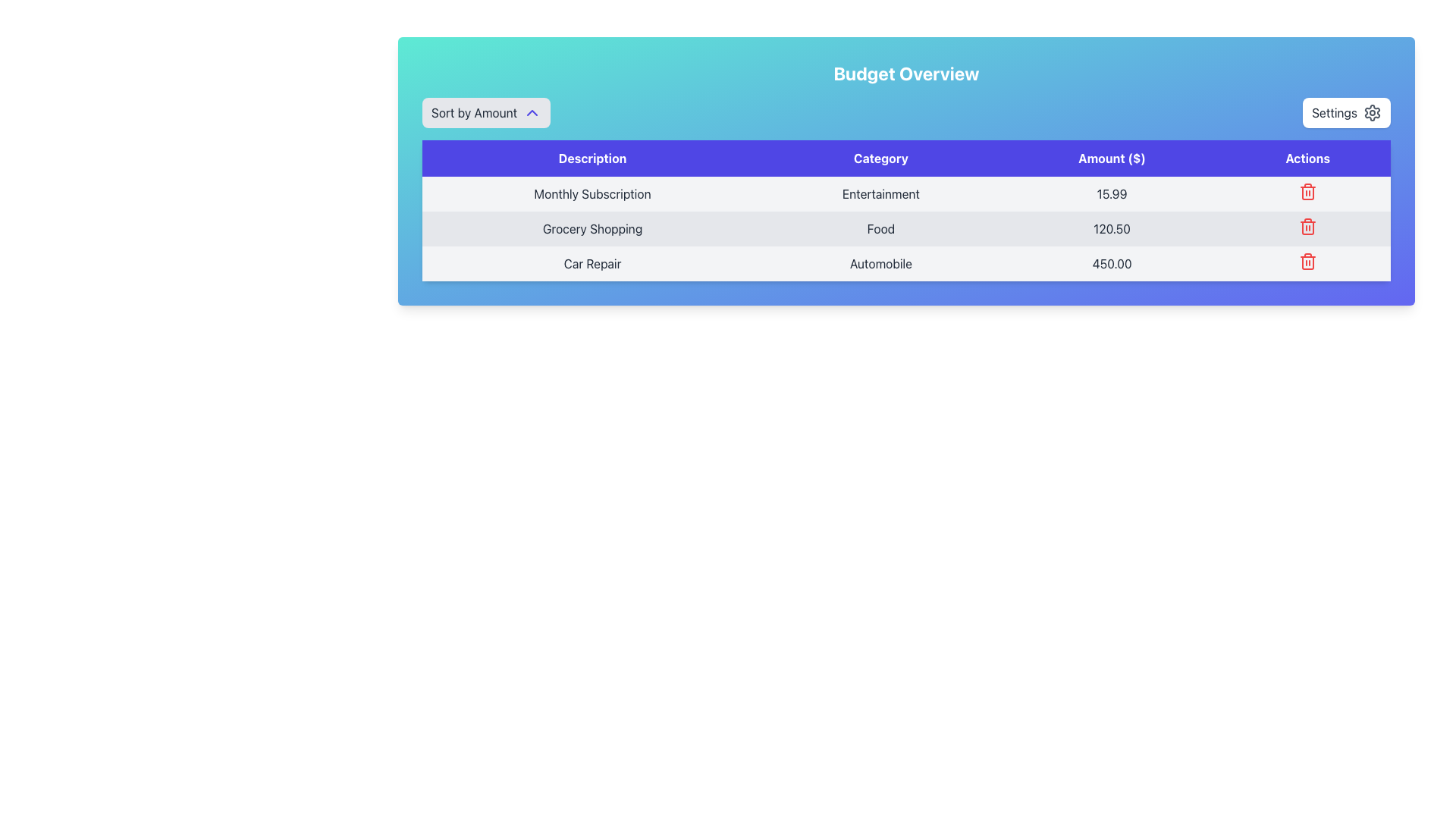  I want to click on the second row of the table displaying transaction details, so click(906, 228).